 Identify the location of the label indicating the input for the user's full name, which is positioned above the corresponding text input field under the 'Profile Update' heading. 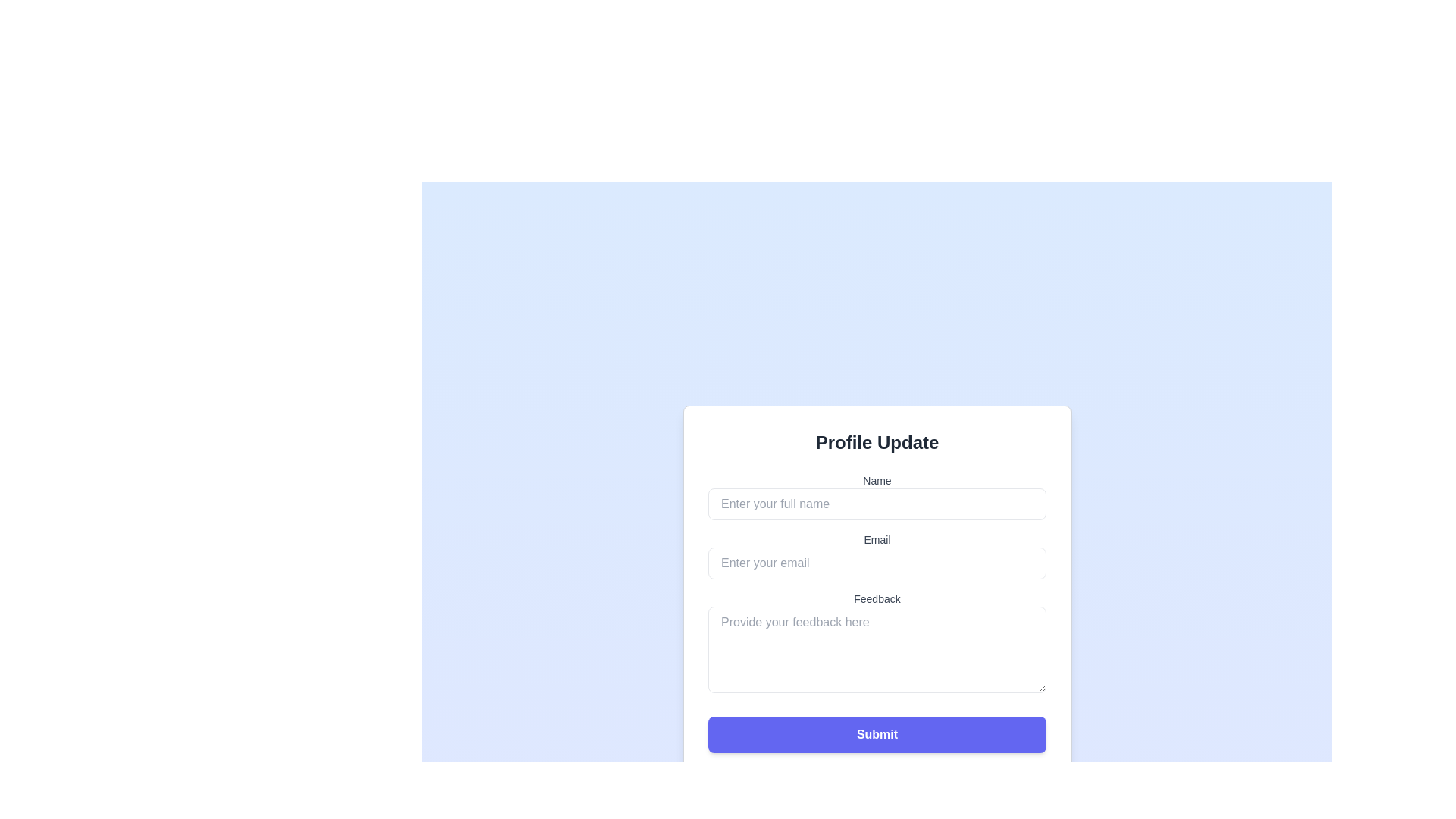
(877, 480).